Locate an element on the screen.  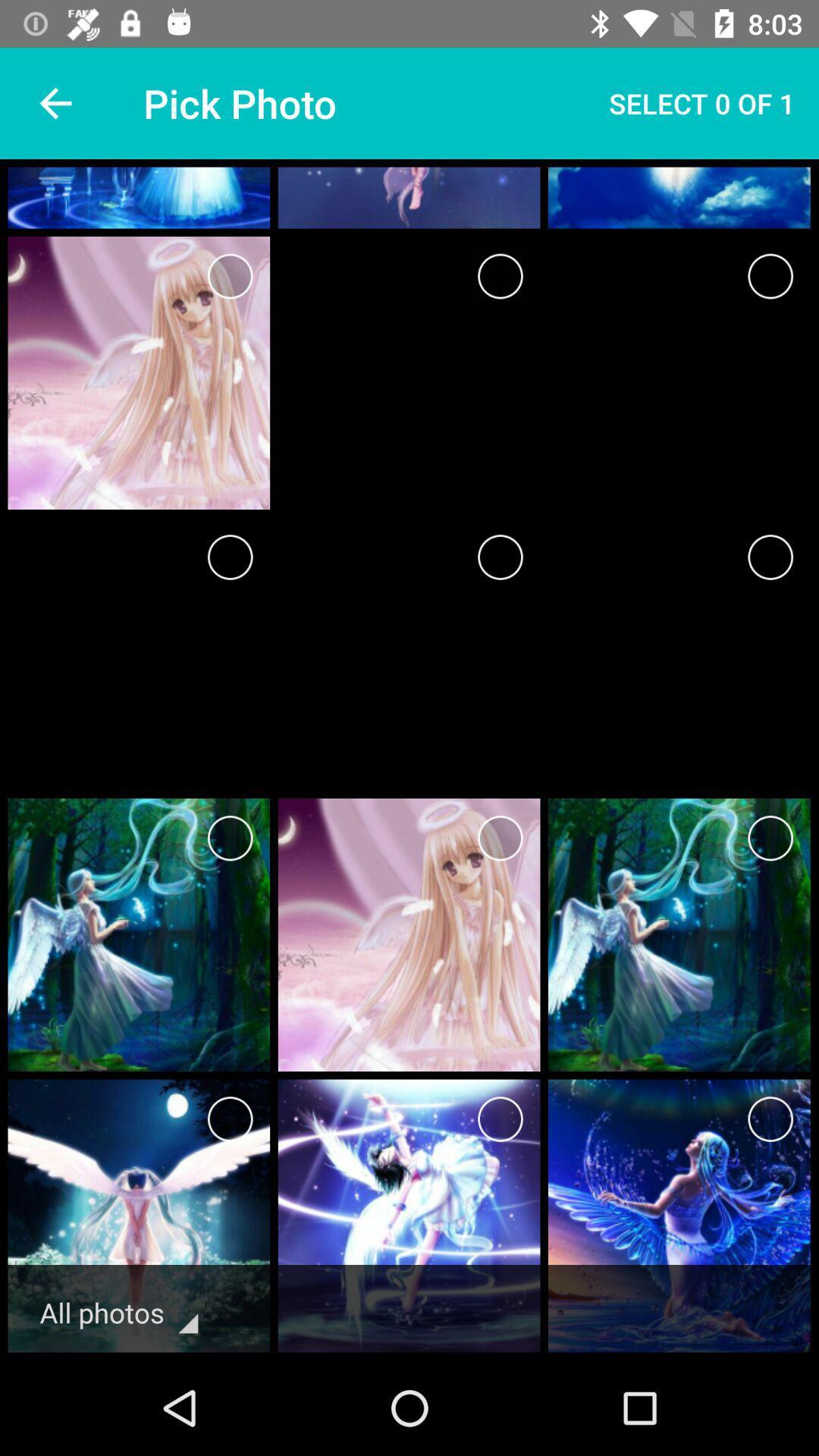
photo is located at coordinates (500, 837).